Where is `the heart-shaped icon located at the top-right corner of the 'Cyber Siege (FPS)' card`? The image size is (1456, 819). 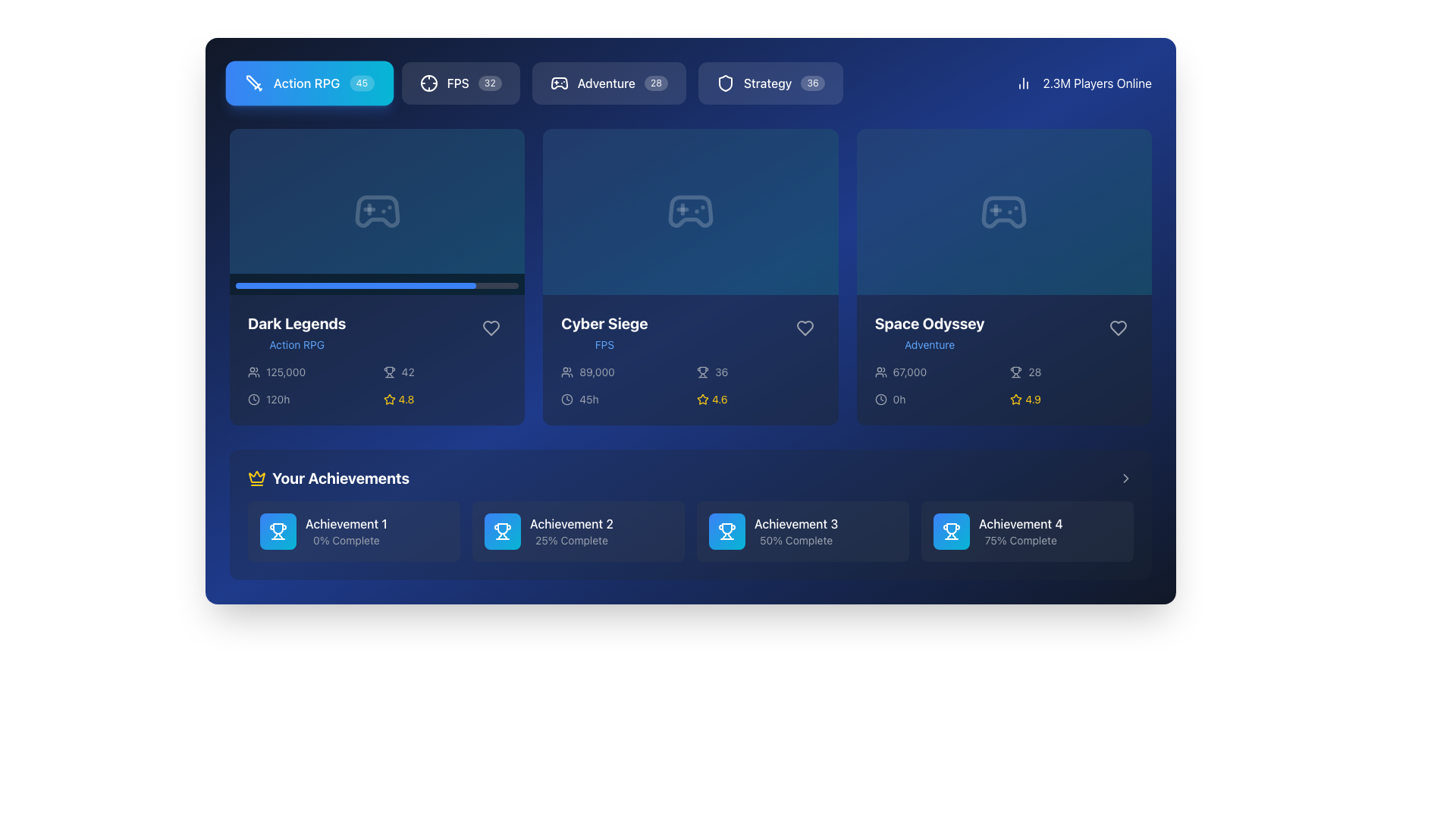 the heart-shaped icon located at the top-right corner of the 'Cyber Siege (FPS)' card is located at coordinates (804, 327).